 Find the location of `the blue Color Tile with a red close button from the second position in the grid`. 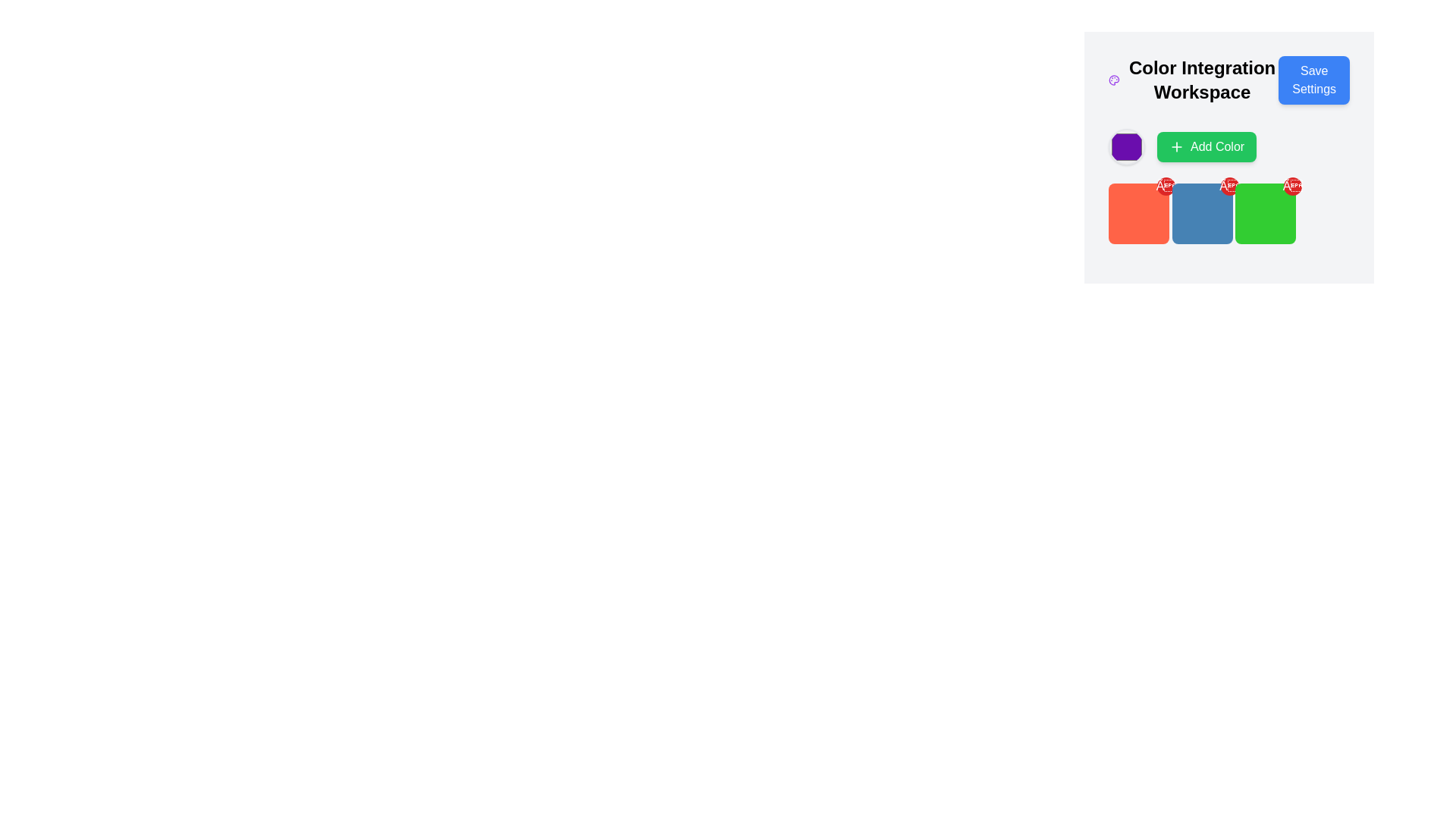

the blue Color Tile with a red close button from the second position in the grid is located at coordinates (1229, 213).